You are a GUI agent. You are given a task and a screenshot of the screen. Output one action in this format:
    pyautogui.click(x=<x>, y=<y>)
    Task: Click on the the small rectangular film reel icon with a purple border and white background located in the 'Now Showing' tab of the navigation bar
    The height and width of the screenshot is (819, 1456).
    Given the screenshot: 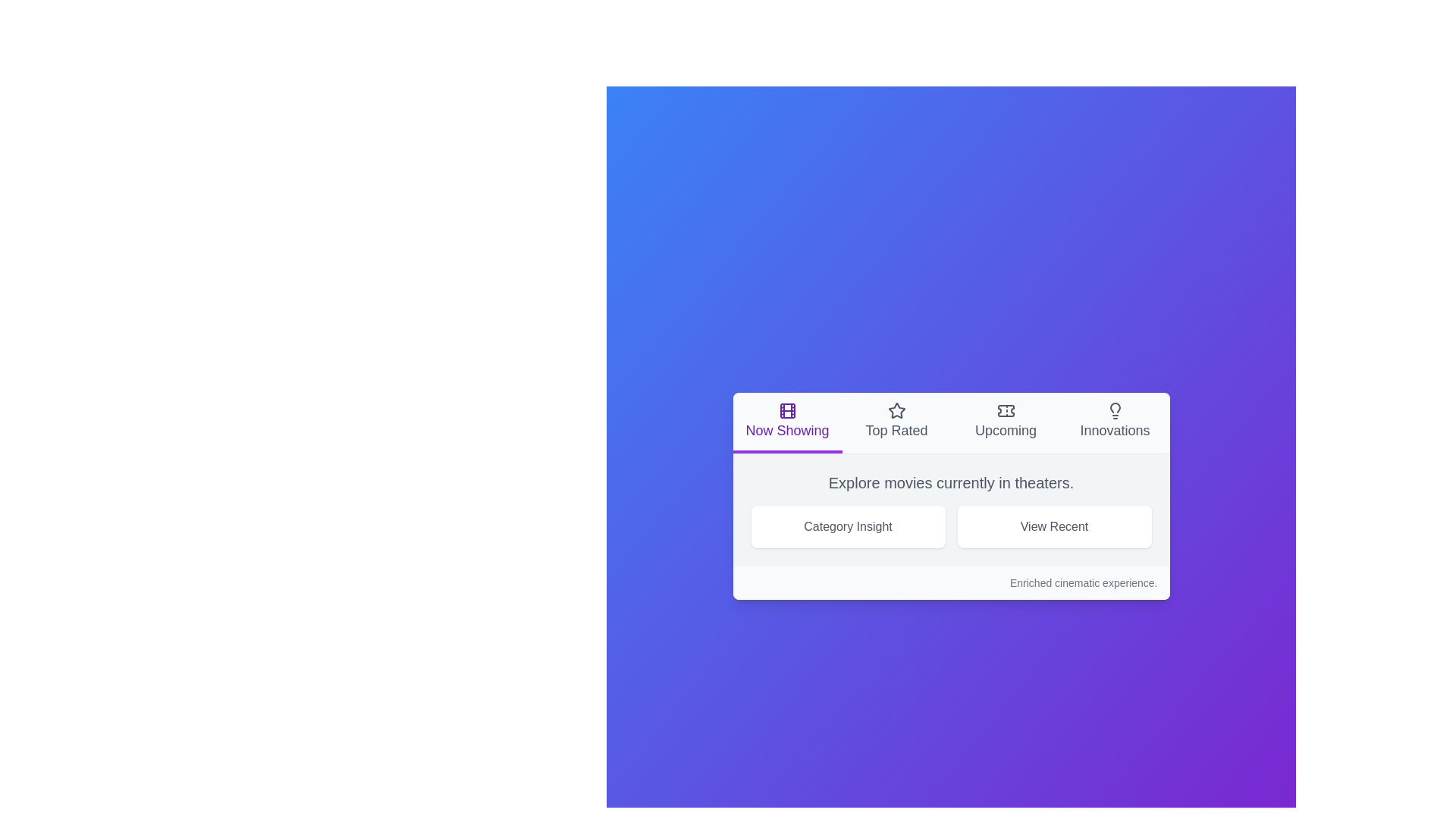 What is the action you would take?
    pyautogui.click(x=787, y=410)
    